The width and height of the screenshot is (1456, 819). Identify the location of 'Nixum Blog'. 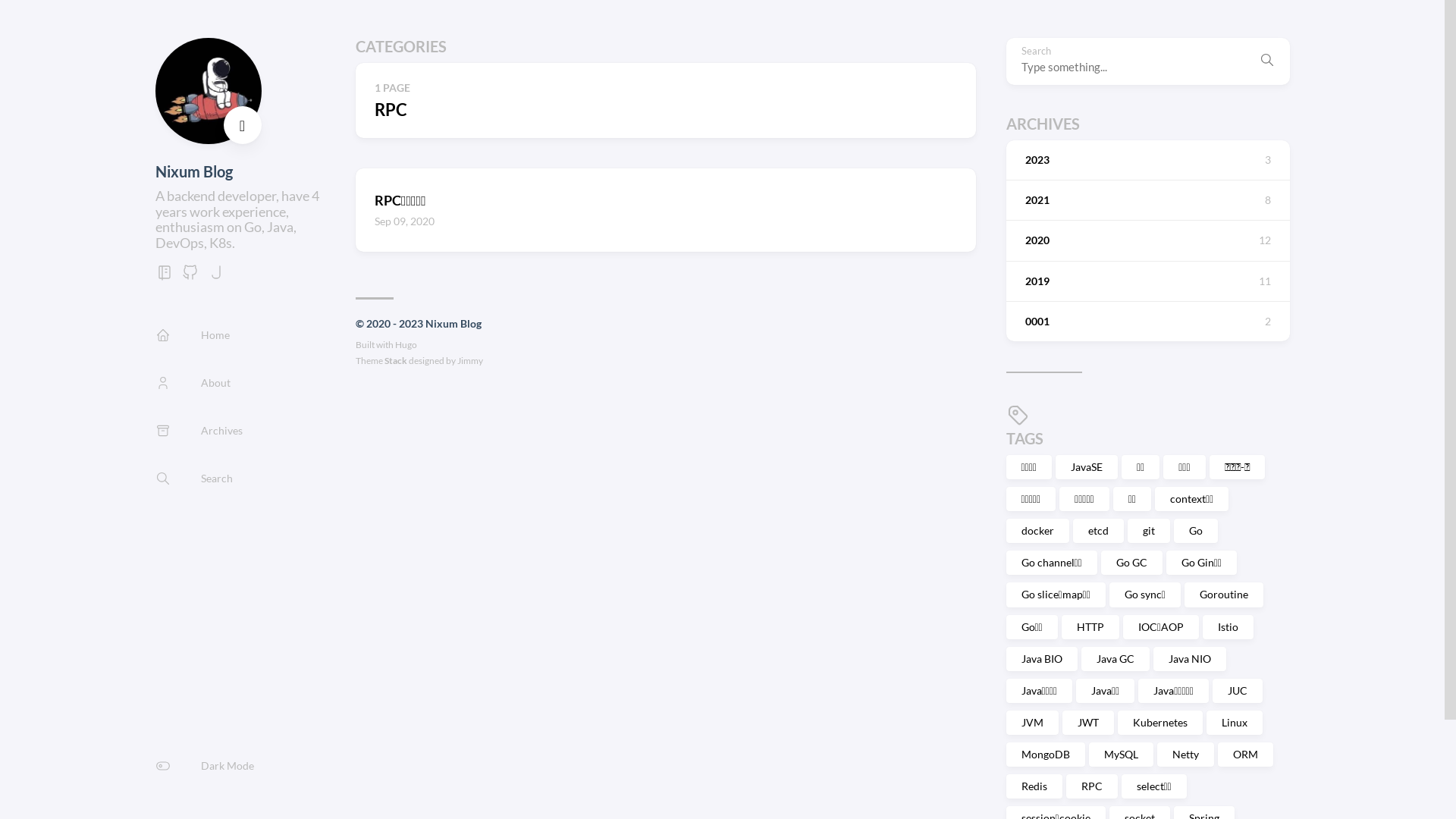
(192, 171).